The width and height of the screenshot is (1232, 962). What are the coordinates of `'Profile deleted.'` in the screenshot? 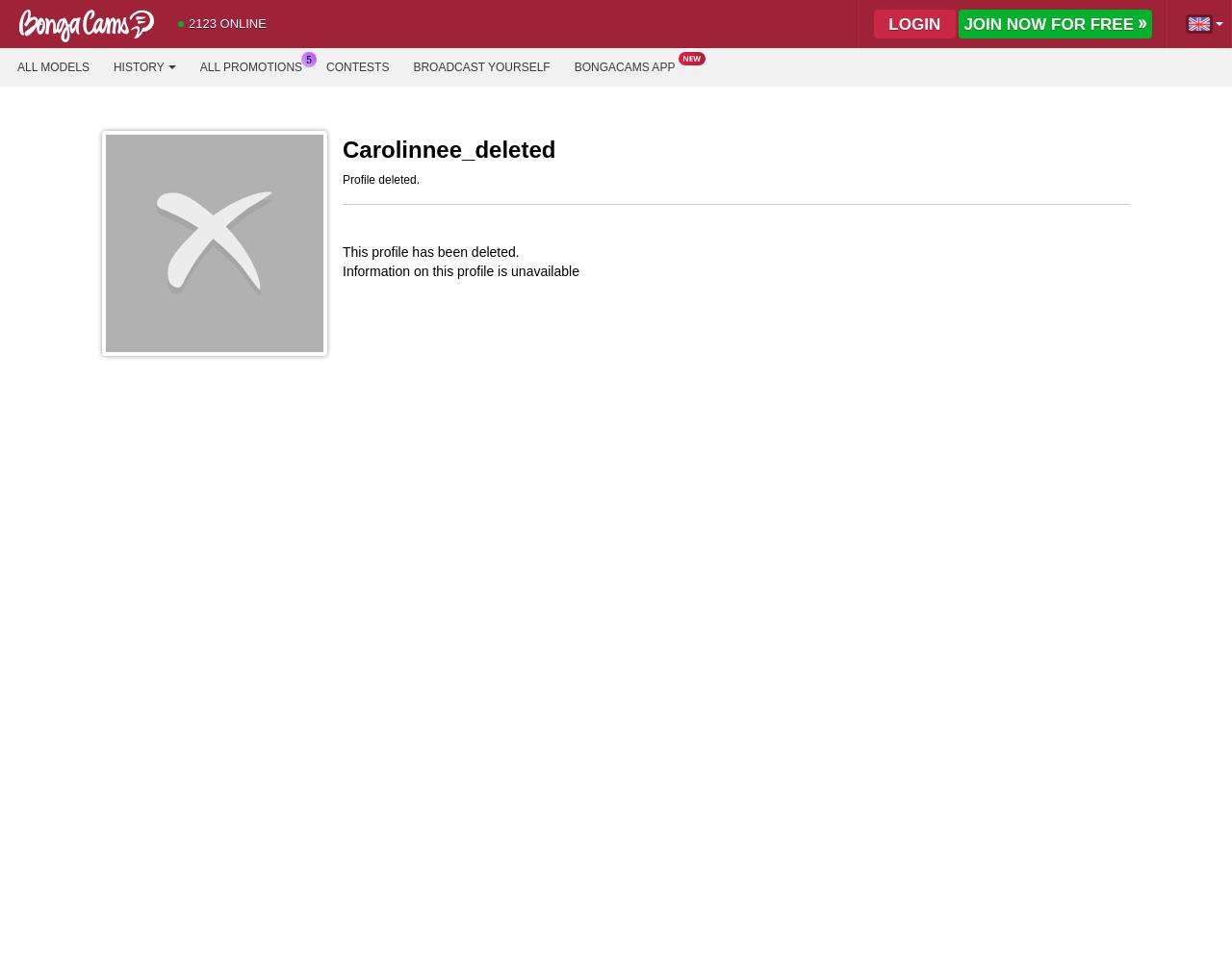 It's located at (381, 180).